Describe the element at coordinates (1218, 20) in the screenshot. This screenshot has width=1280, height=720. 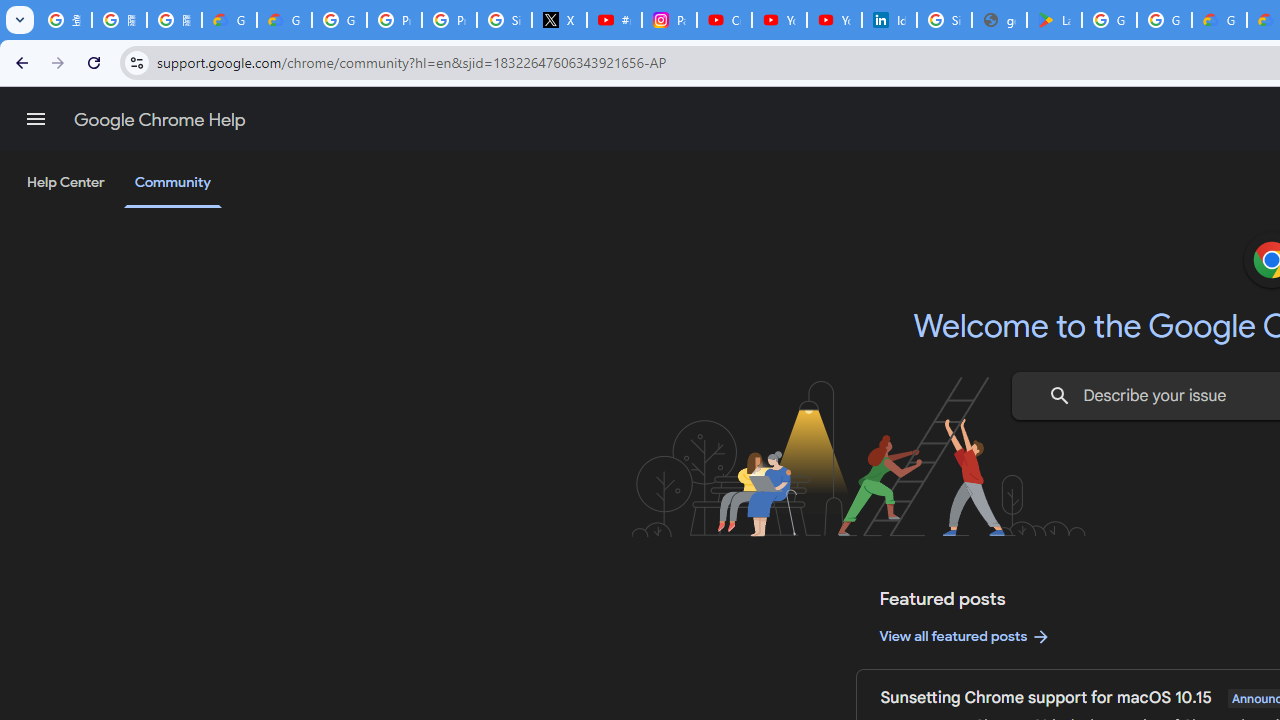
I see `'Government | Google Cloud'` at that location.